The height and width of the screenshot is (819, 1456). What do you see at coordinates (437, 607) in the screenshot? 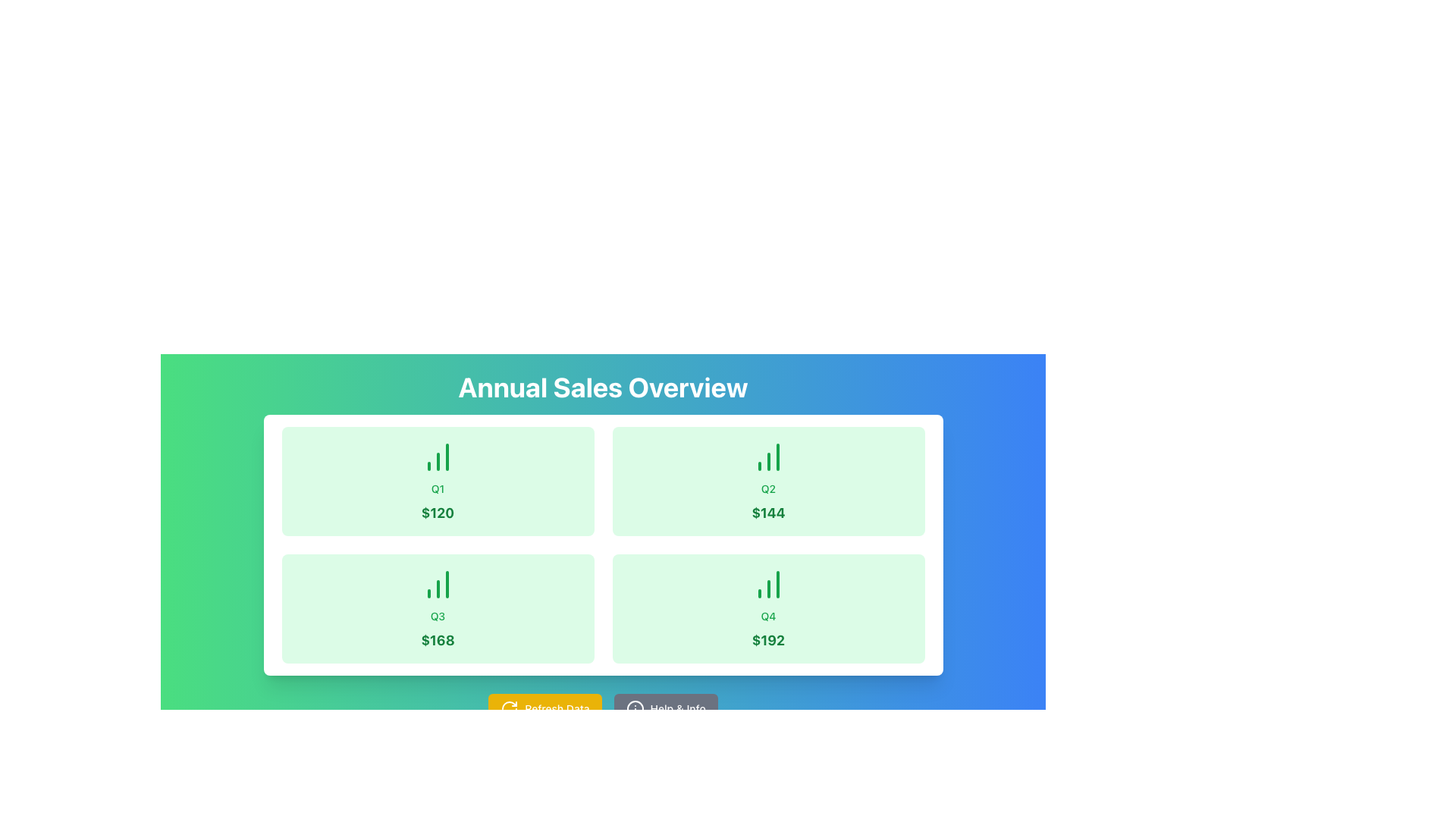
I see `the static information card displaying quarterly sales data for Q3, which emphasizes a value of $168, located in the bottom-left position of the grid` at bounding box center [437, 607].